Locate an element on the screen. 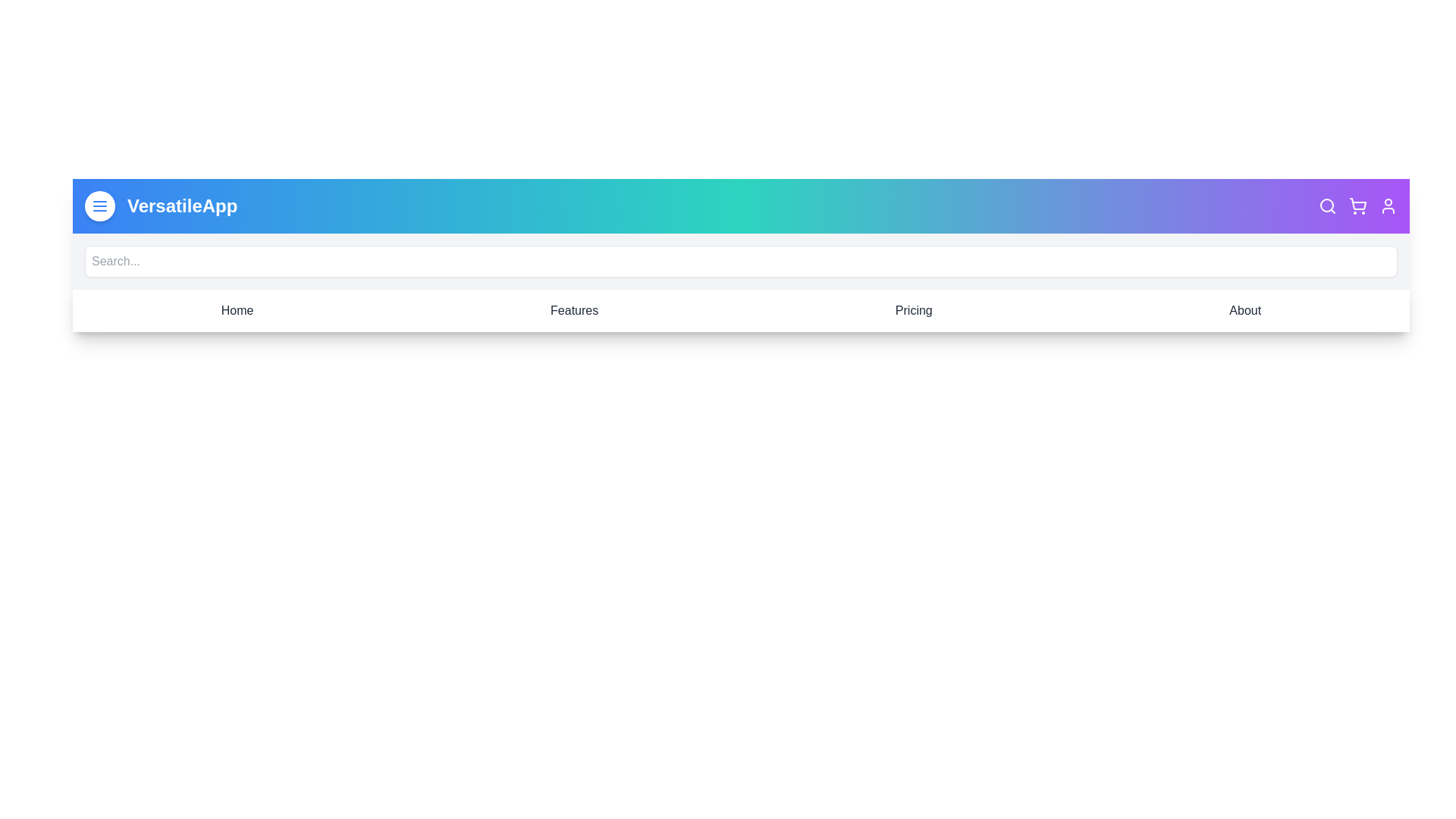  the navigation item About is located at coordinates (1244, 309).